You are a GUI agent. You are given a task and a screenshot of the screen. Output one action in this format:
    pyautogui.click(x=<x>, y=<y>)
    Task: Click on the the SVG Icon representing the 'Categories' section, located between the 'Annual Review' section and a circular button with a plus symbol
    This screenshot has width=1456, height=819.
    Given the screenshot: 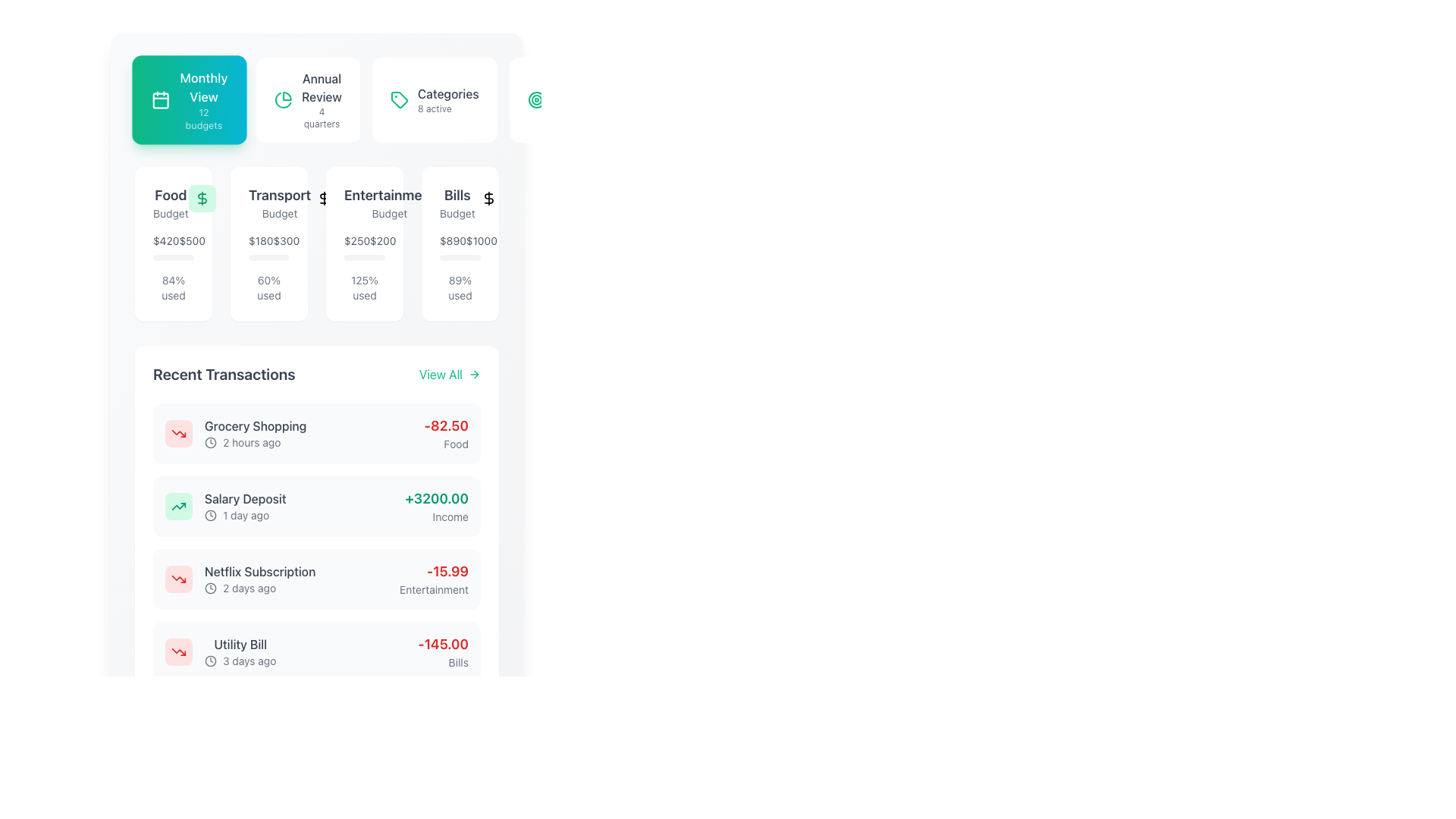 What is the action you would take?
    pyautogui.click(x=399, y=99)
    